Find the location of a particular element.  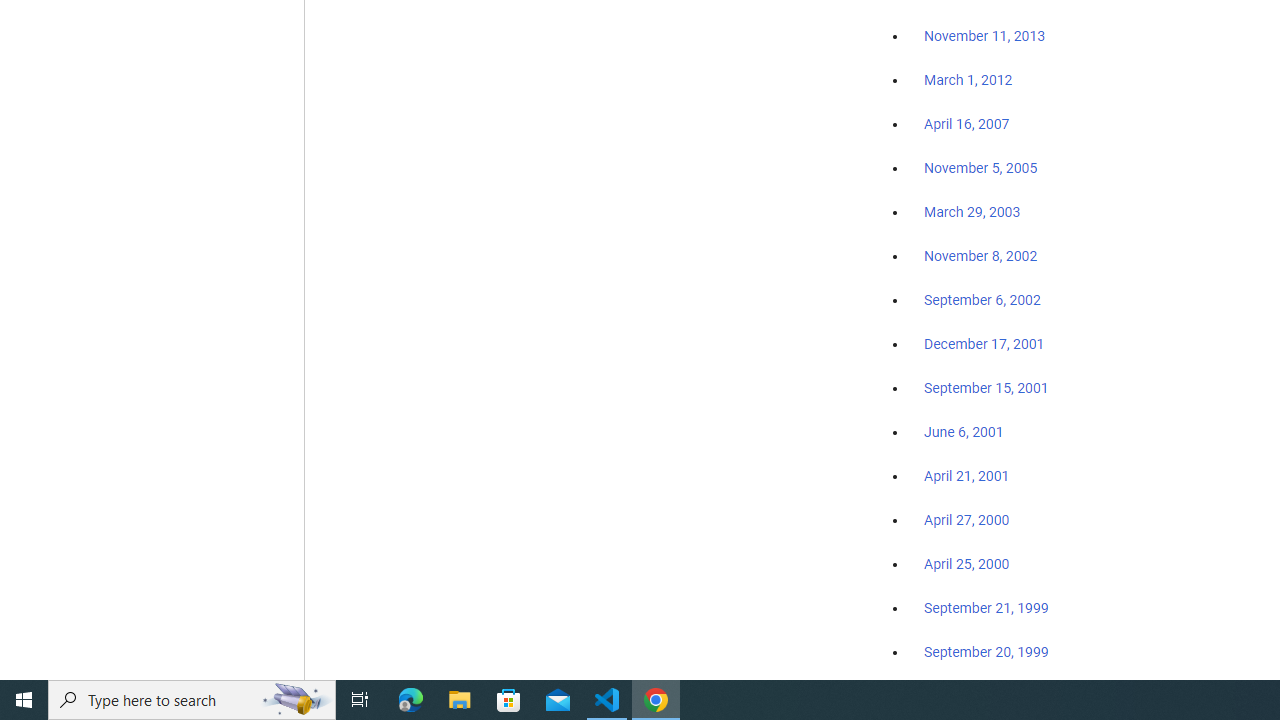

'September 15, 2001' is located at coordinates (986, 387).